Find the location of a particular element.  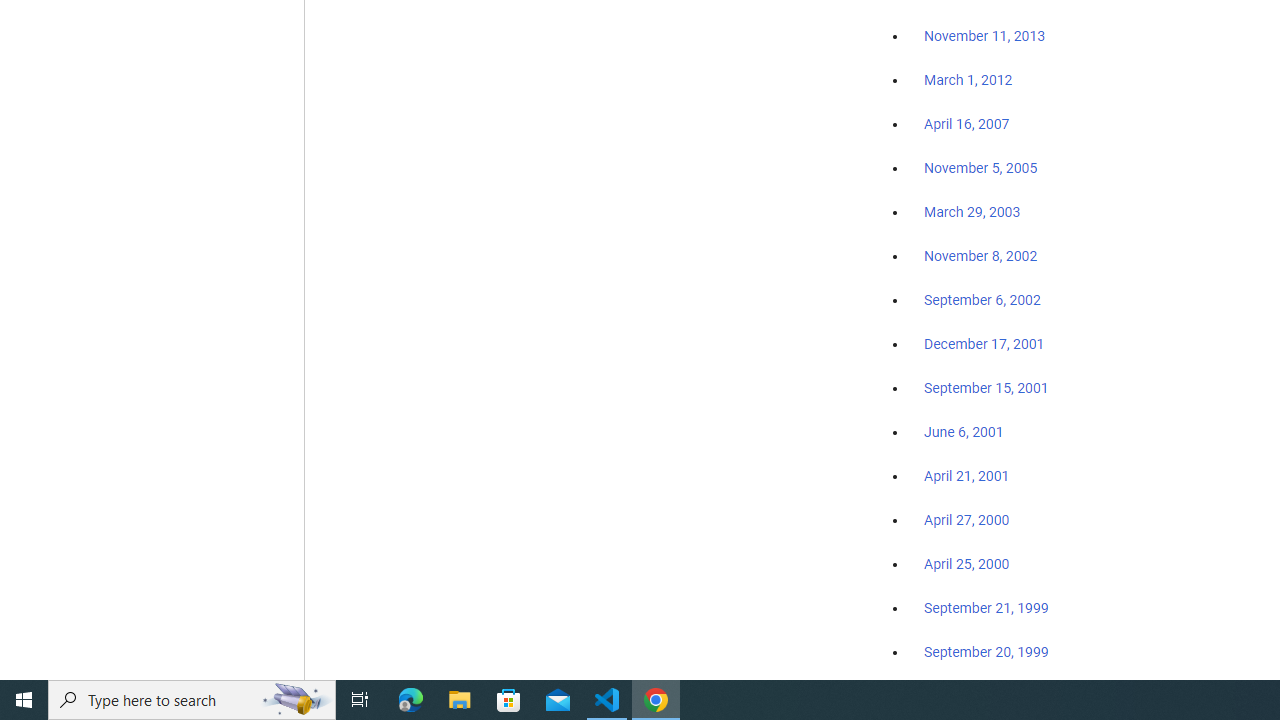

'September 15, 2001' is located at coordinates (986, 387).